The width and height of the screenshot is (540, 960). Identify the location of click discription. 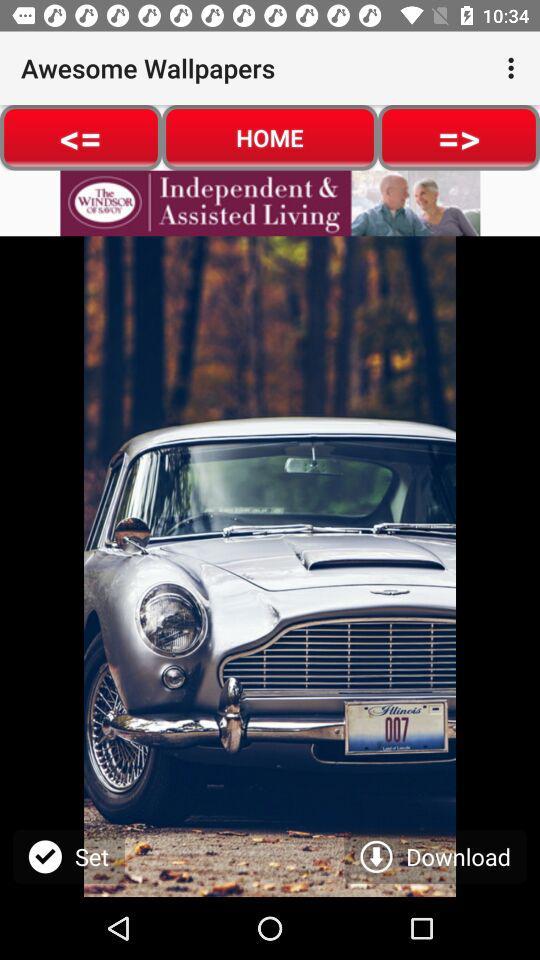
(270, 203).